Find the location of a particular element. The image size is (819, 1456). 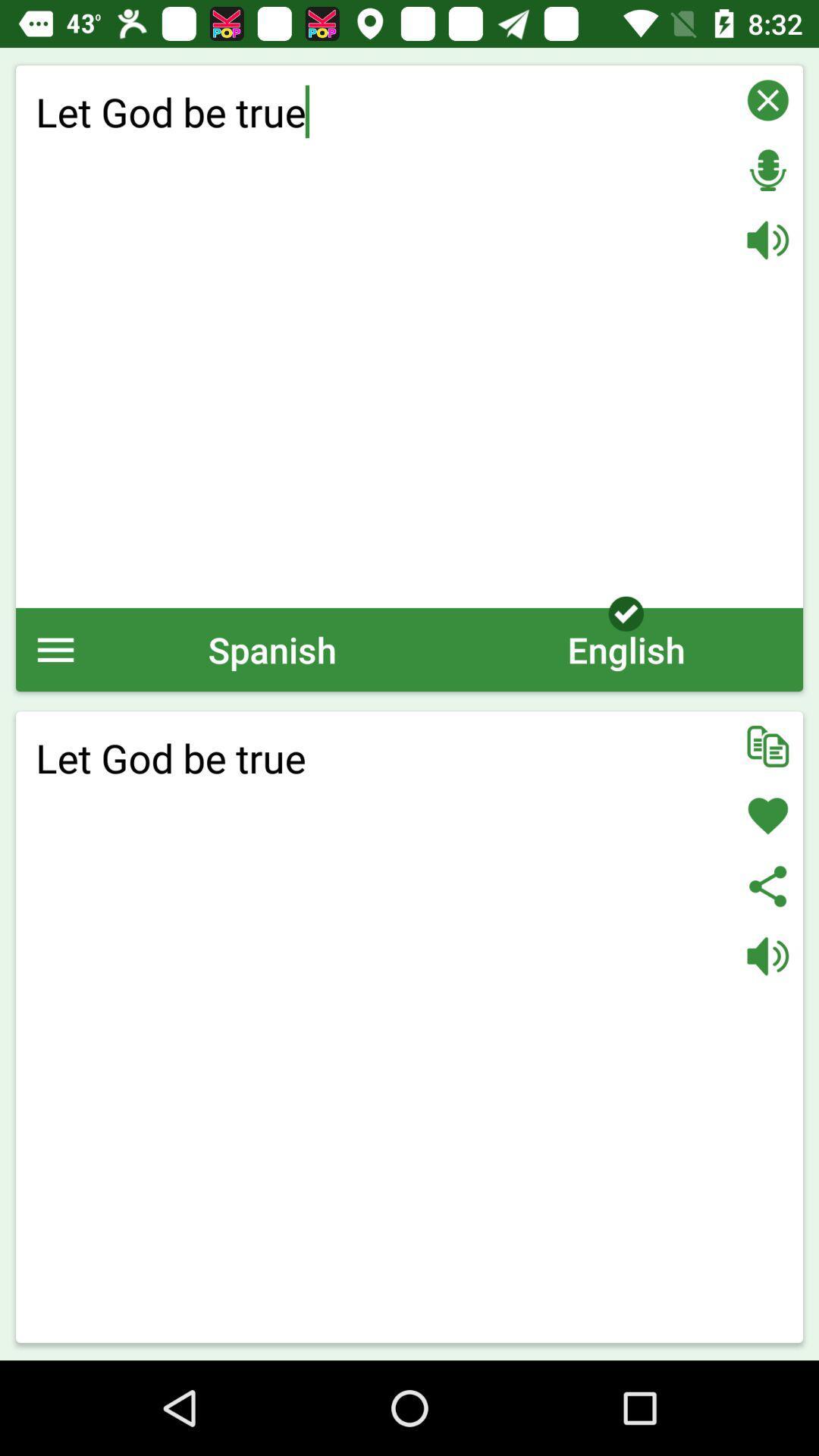

share translation is located at coordinates (767, 886).